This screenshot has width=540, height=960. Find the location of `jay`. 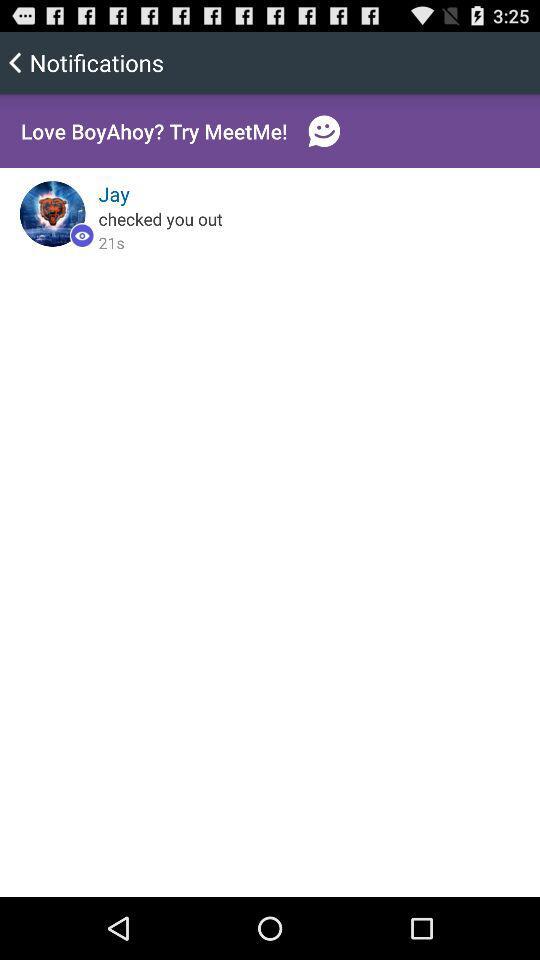

jay is located at coordinates (114, 194).